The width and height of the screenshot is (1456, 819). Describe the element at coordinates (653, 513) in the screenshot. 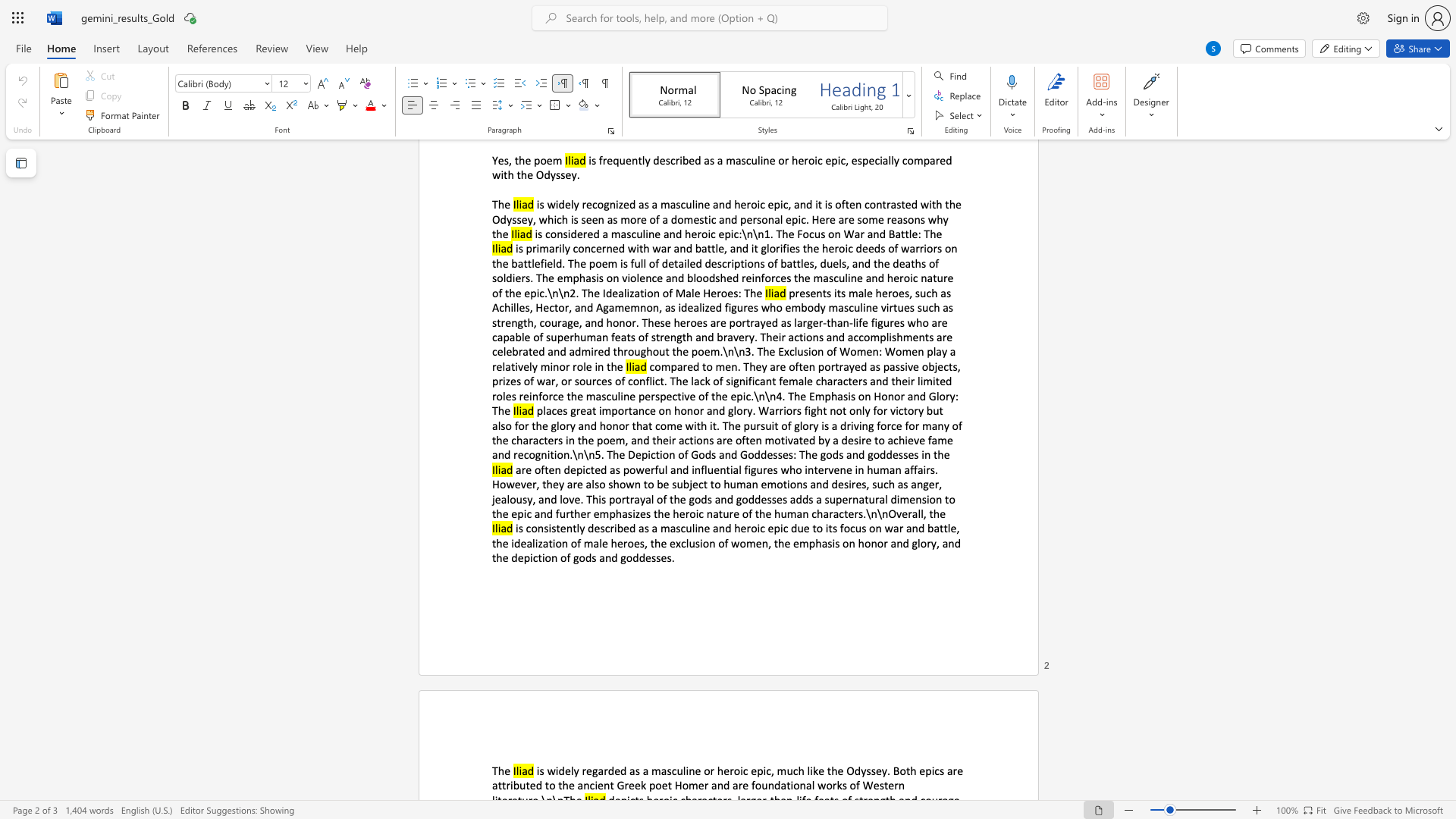

I see `the subset text "the heroic nature of the human charac" within the text "jealousy, and love. This portrayal of the gods and goddesses adds a supernatural dimension to the epic and further emphasizes the heroic nature of the human characters.\n\nOverall, the"` at that location.